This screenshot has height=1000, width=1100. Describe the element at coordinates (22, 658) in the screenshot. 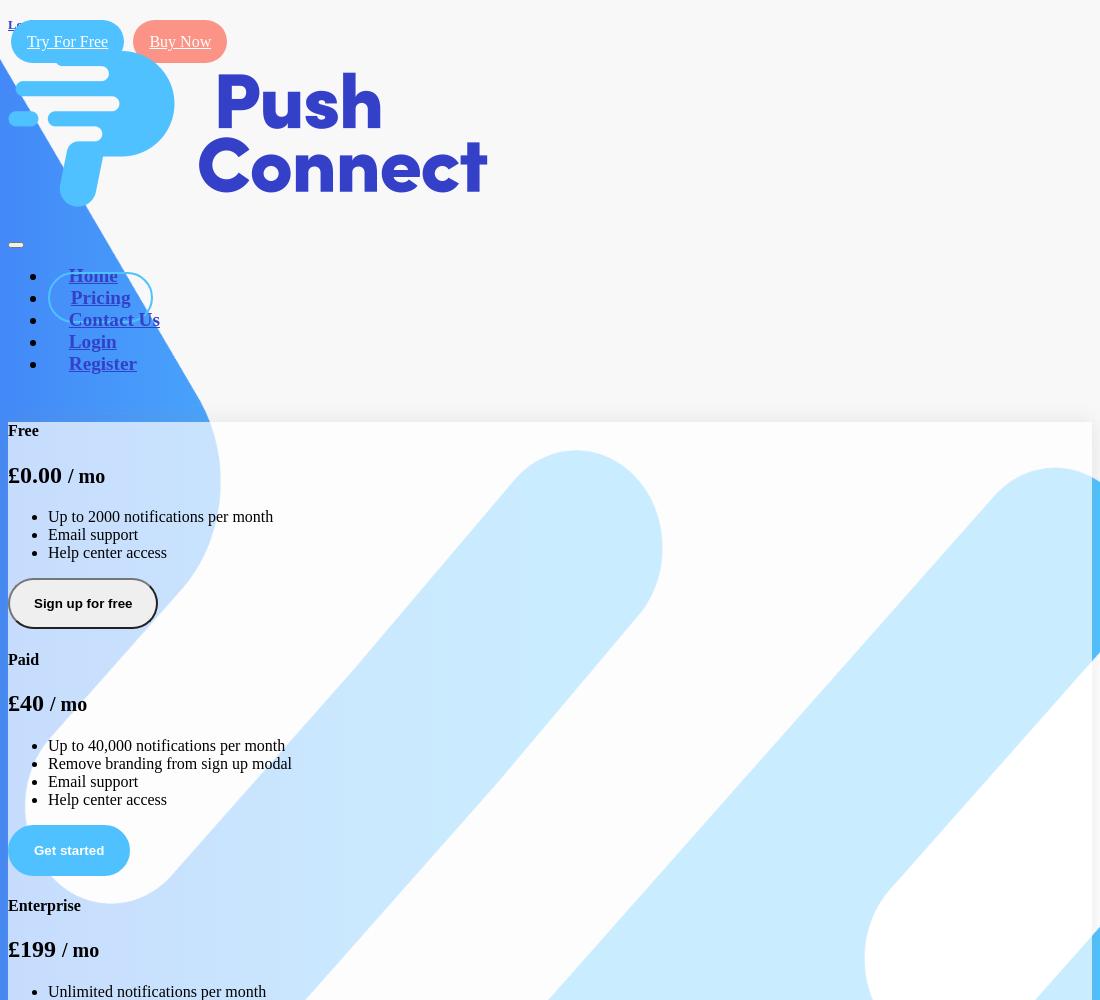

I see `'Paid'` at that location.